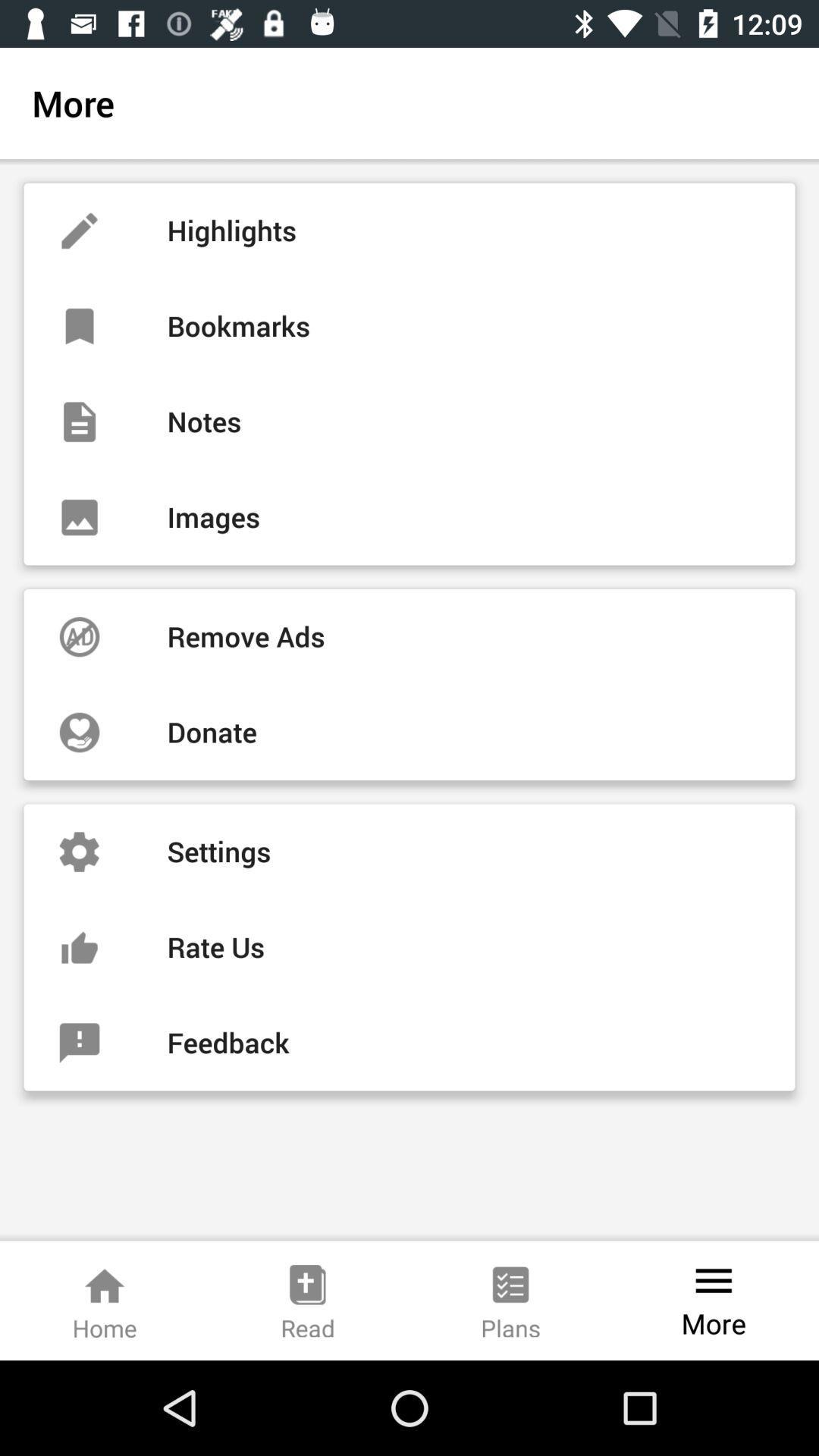 This screenshot has height=1456, width=819. I want to click on rate us, so click(409, 946).